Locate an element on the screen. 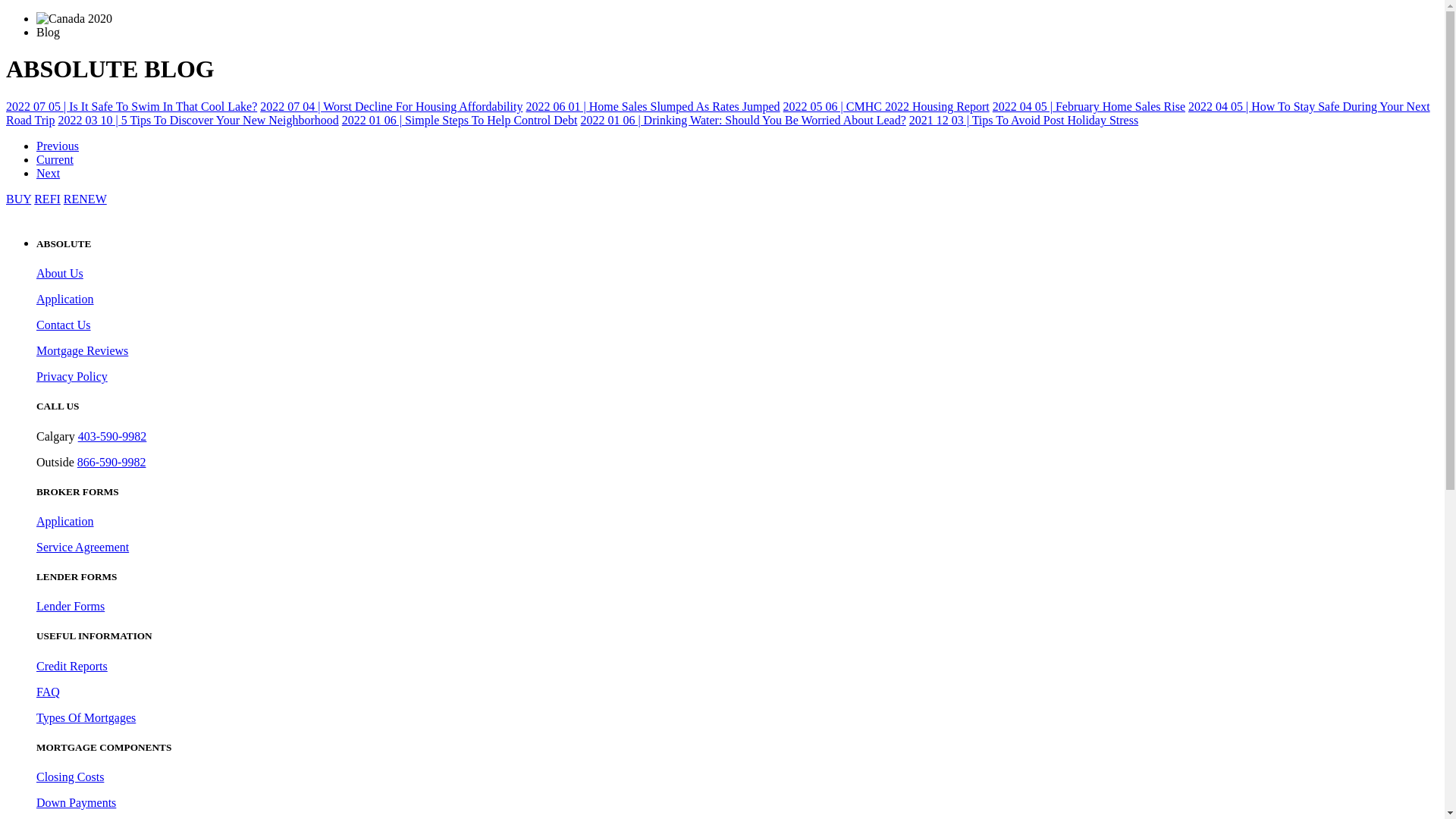 The image size is (1456, 819). 'BUY' is located at coordinates (18, 198).